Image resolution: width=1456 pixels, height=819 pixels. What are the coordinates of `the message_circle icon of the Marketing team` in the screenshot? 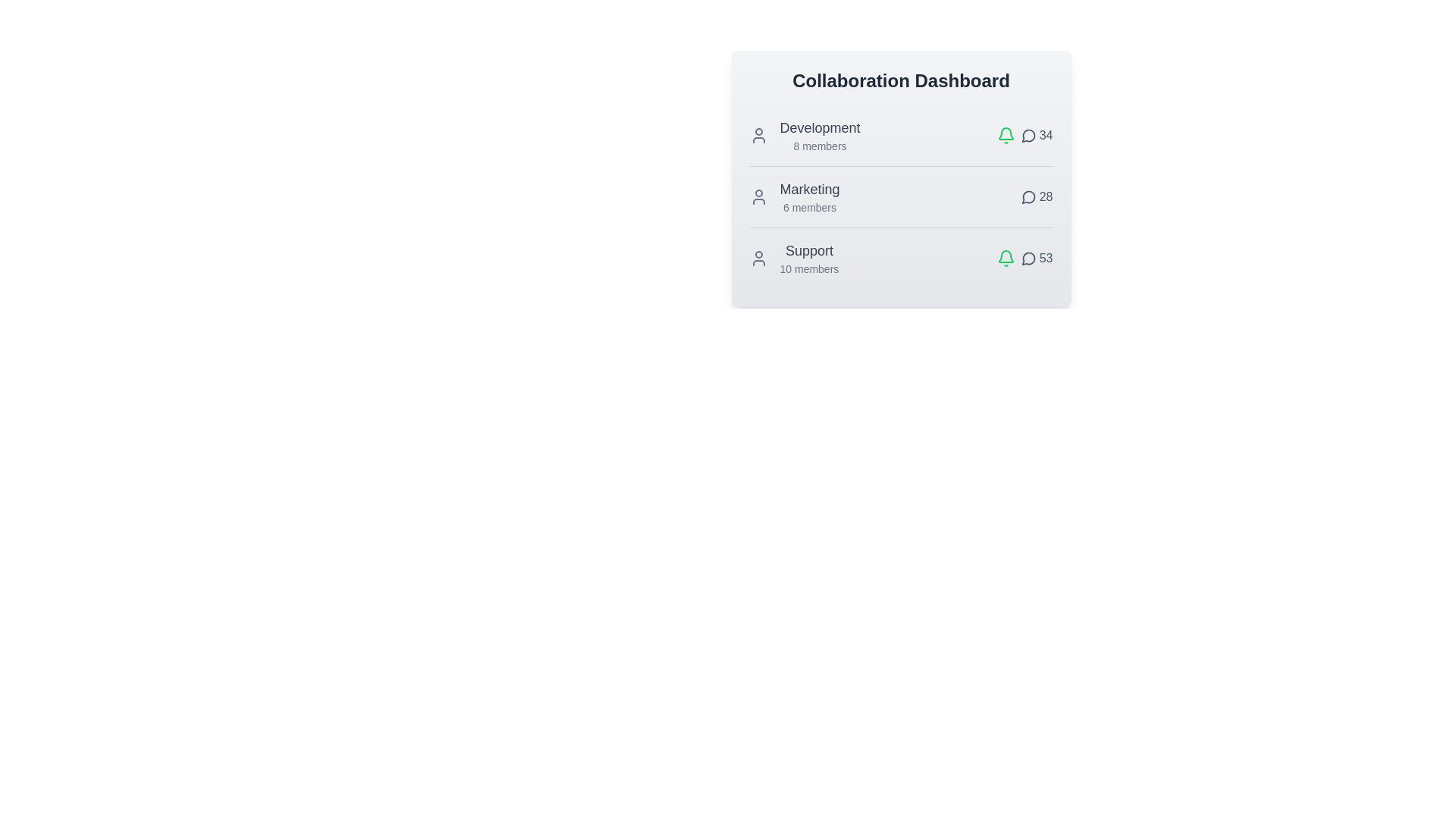 It's located at (1028, 196).